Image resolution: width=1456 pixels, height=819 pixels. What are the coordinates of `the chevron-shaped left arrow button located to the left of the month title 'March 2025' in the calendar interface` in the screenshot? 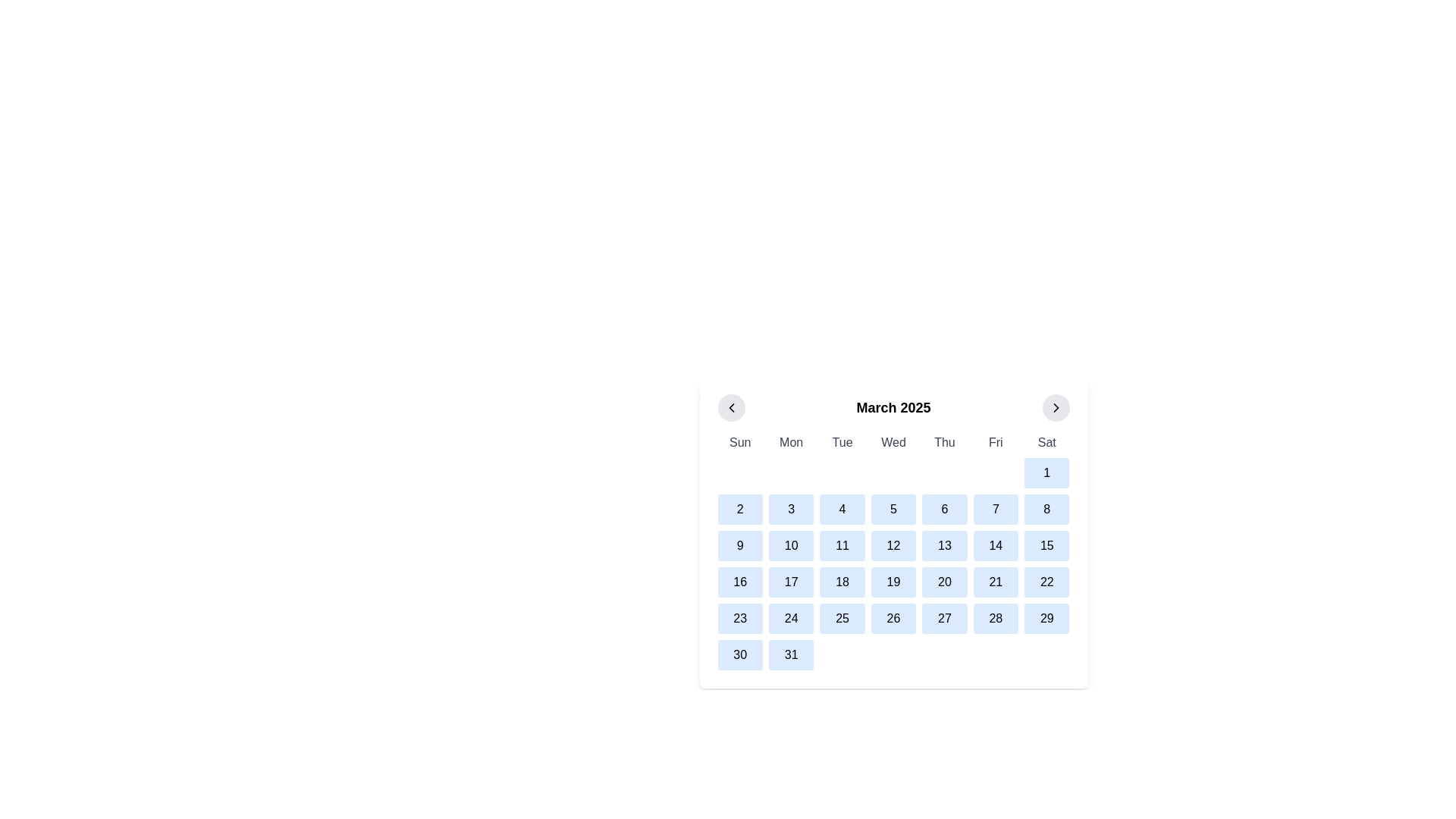 It's located at (731, 406).